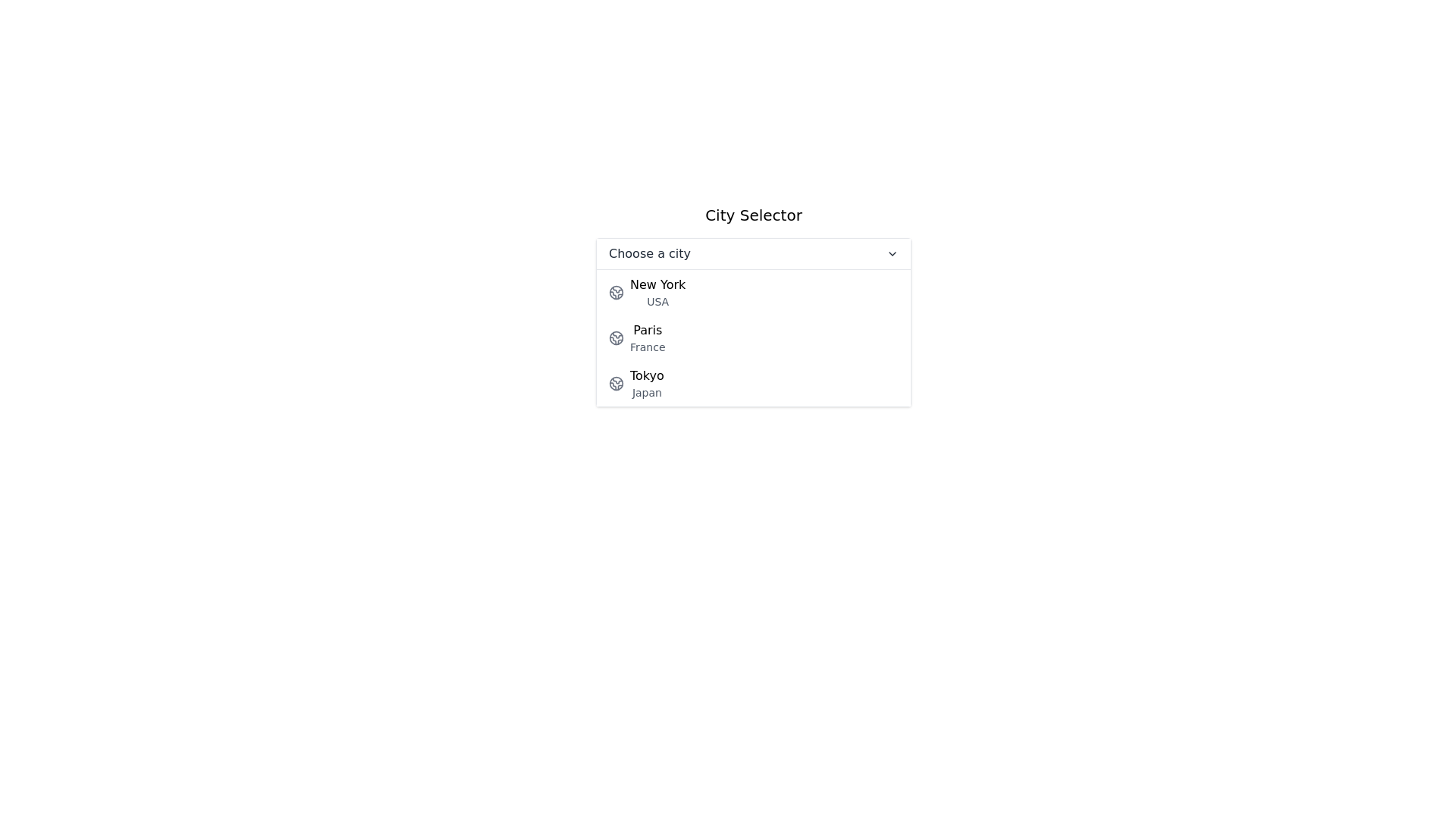 The height and width of the screenshot is (819, 1456). Describe the element at coordinates (753, 215) in the screenshot. I see `the 'City Selector' text label, which is displayed in a bold and large font above the dropdown menu labeled 'Choose a city'` at that location.